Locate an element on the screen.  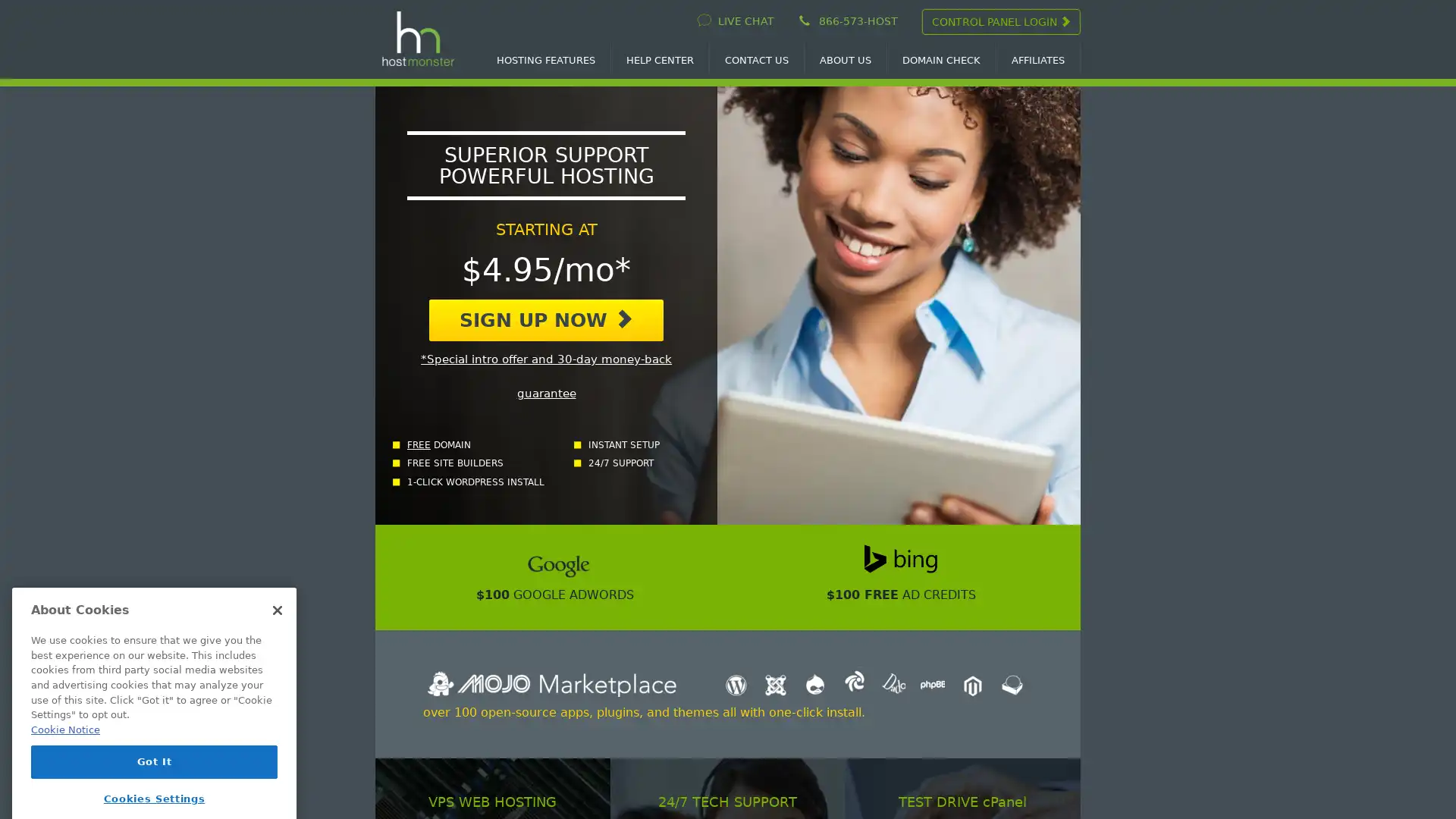
Close is located at coordinates (277, 579).